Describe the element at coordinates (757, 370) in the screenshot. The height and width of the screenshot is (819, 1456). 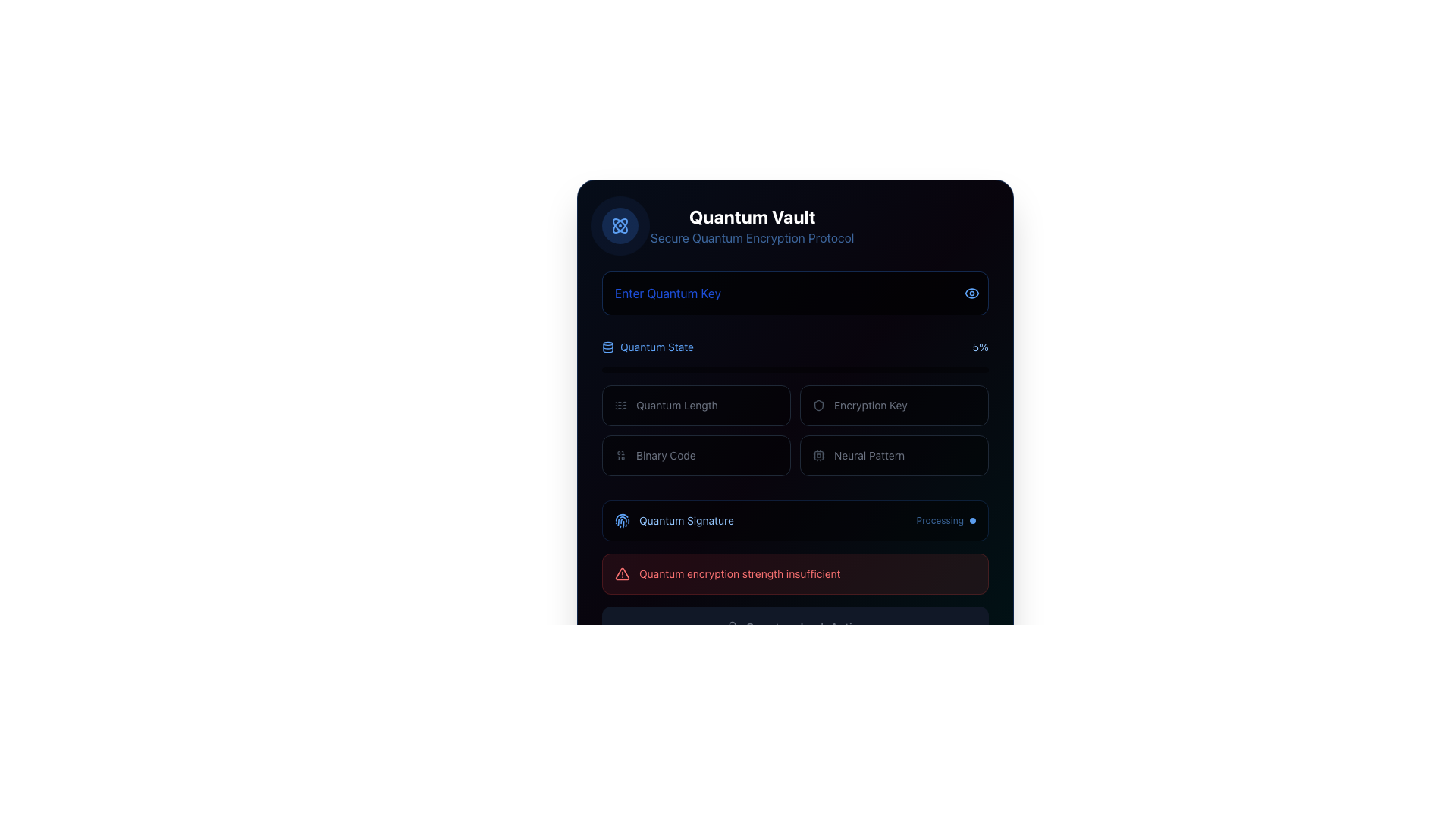
I see `the Quantum State slider` at that location.